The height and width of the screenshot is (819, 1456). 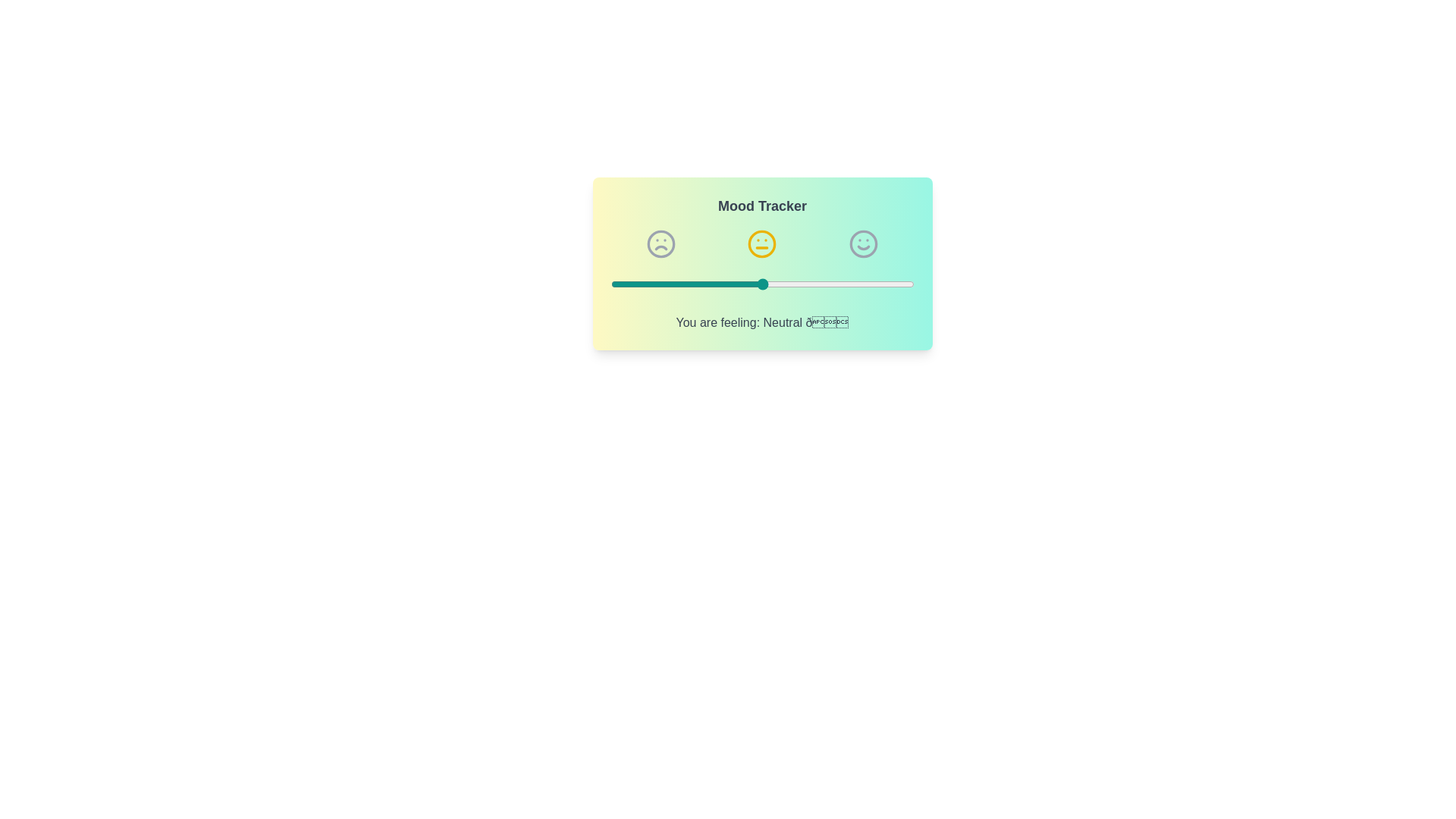 I want to click on the mood icon corresponding to Sad, so click(x=661, y=243).